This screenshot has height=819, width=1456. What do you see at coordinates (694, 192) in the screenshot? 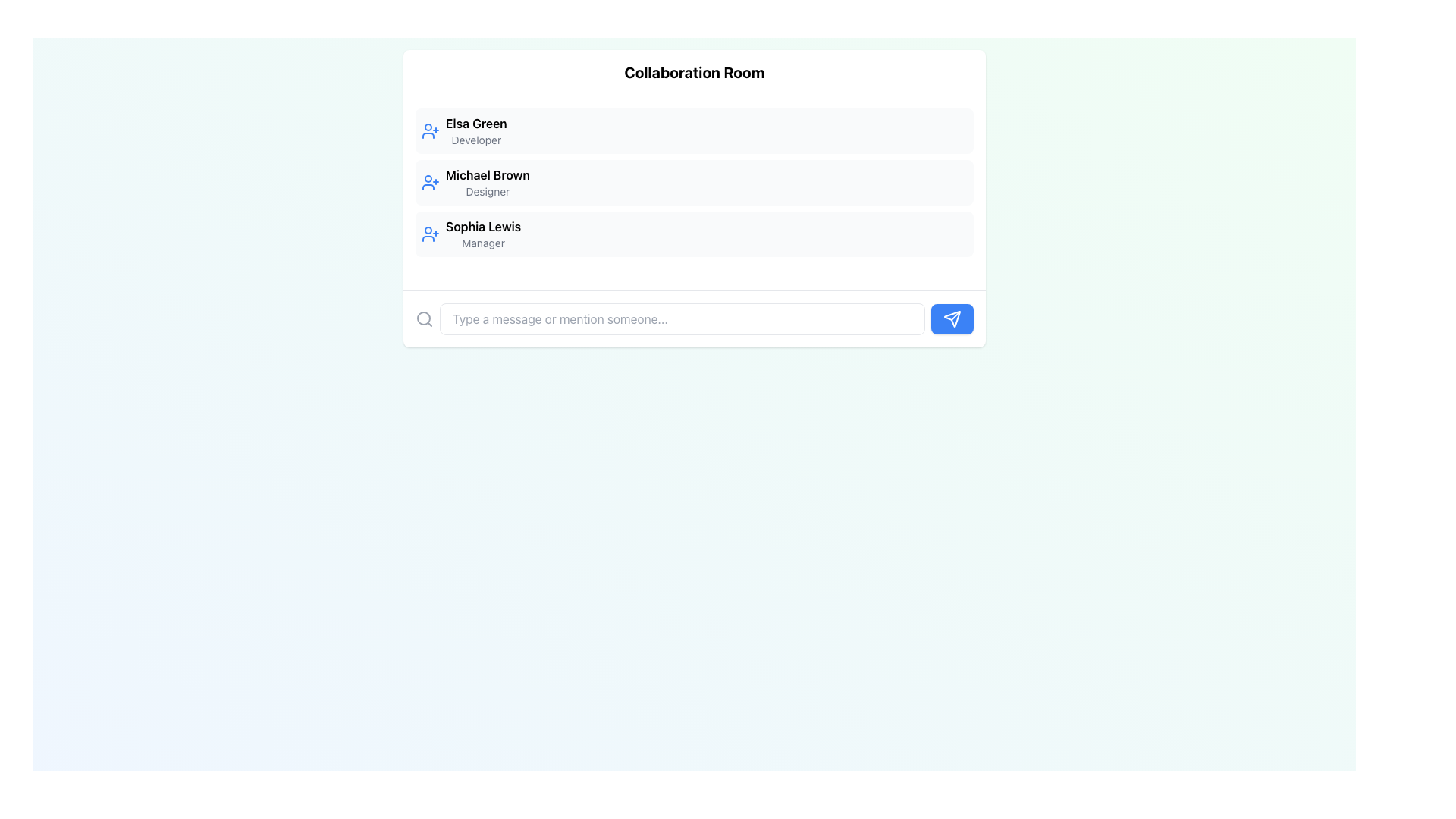
I see `the user entry for 'Michael Brown', a Designer, in the collaboration room list` at bounding box center [694, 192].